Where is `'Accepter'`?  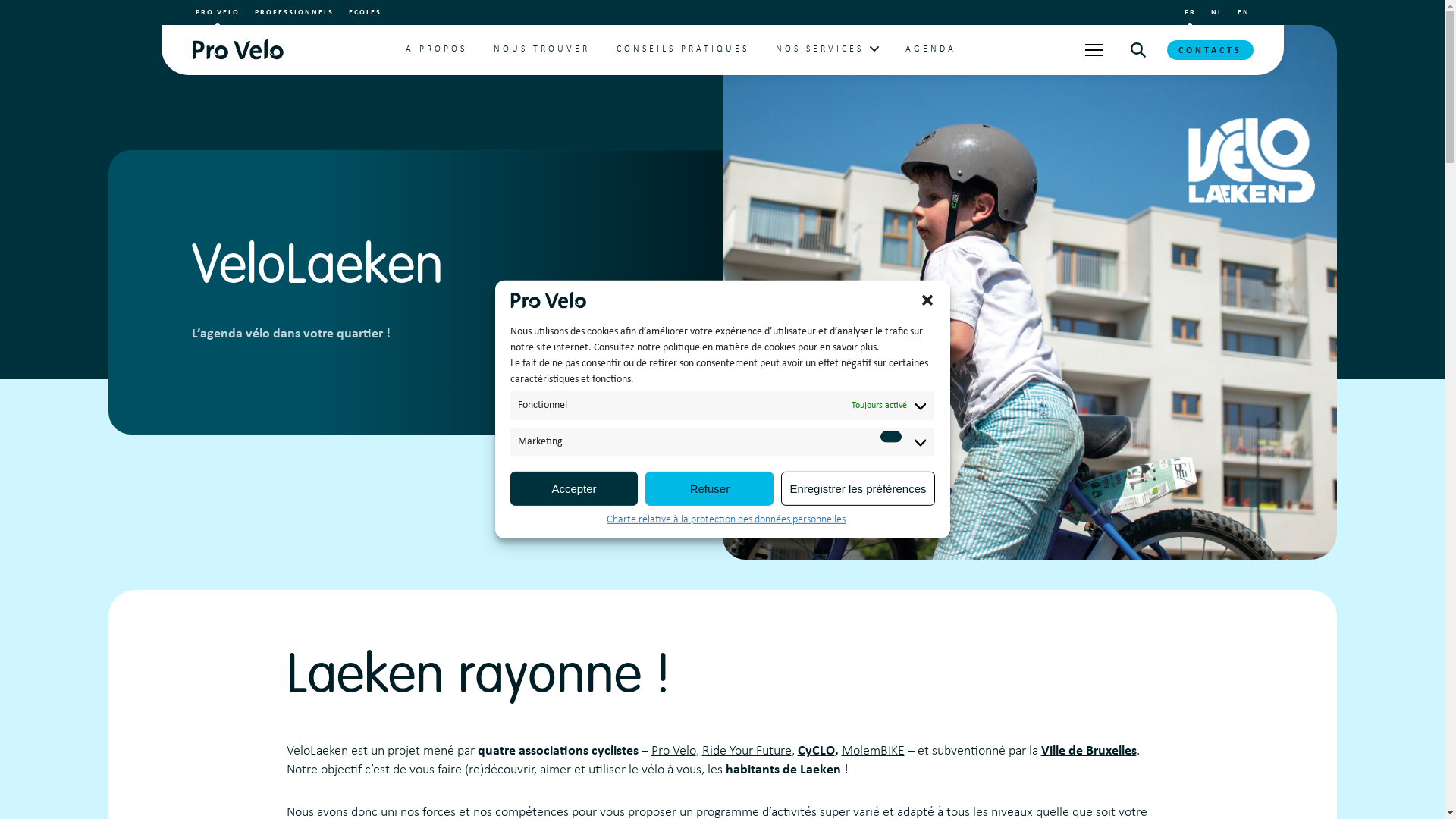
'Accepter' is located at coordinates (510, 488).